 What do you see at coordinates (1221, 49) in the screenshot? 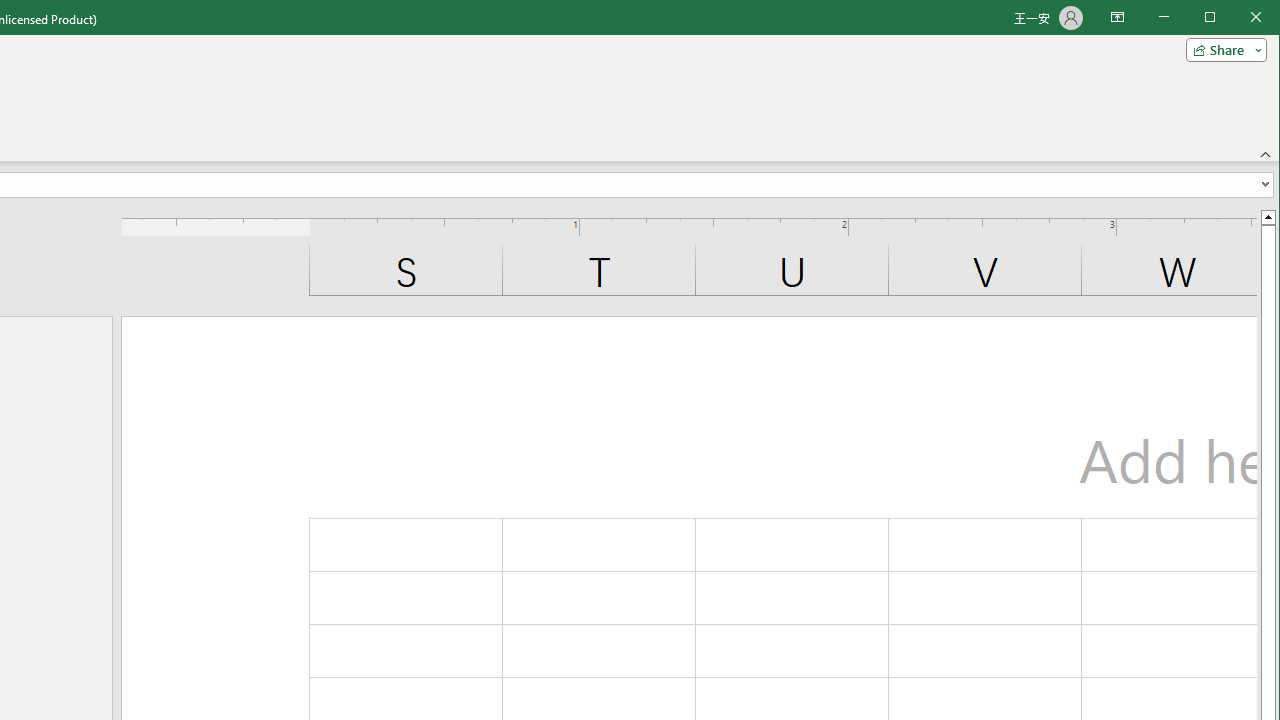
I see `'Share'` at bounding box center [1221, 49].